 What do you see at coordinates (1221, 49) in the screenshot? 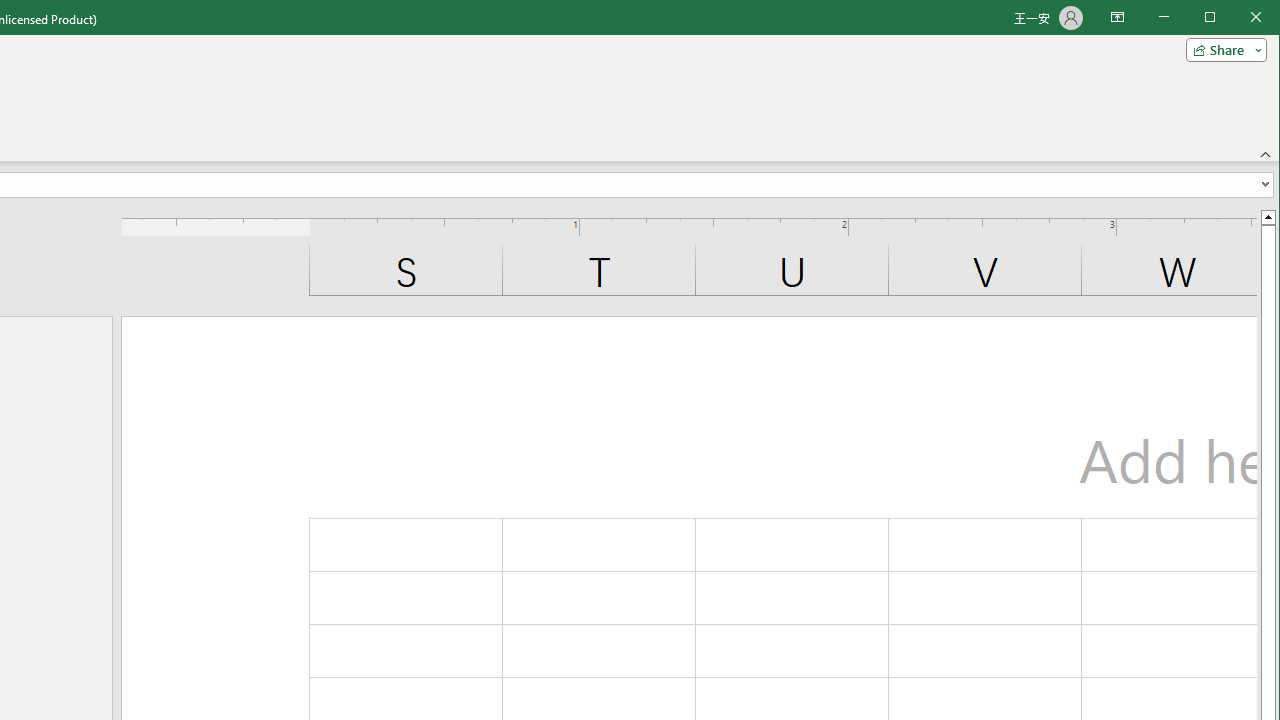
I see `'Share'` at bounding box center [1221, 49].